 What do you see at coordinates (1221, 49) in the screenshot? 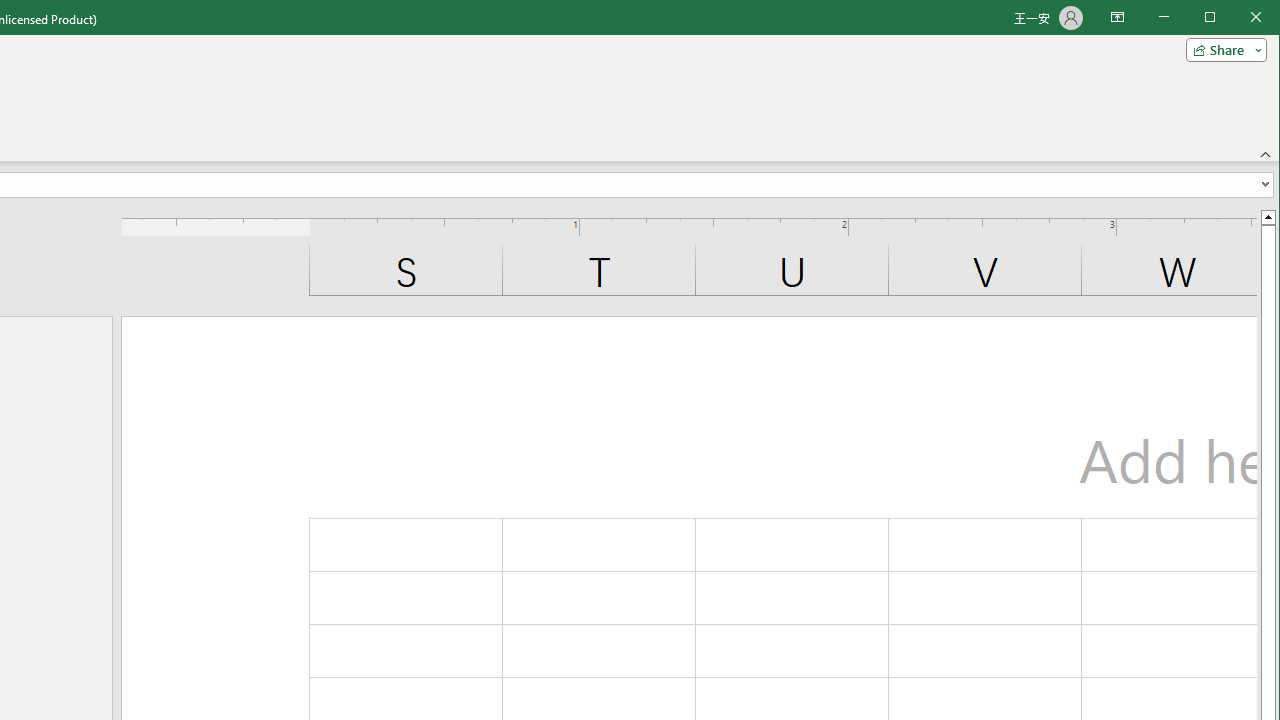
I see `'Share'` at bounding box center [1221, 49].